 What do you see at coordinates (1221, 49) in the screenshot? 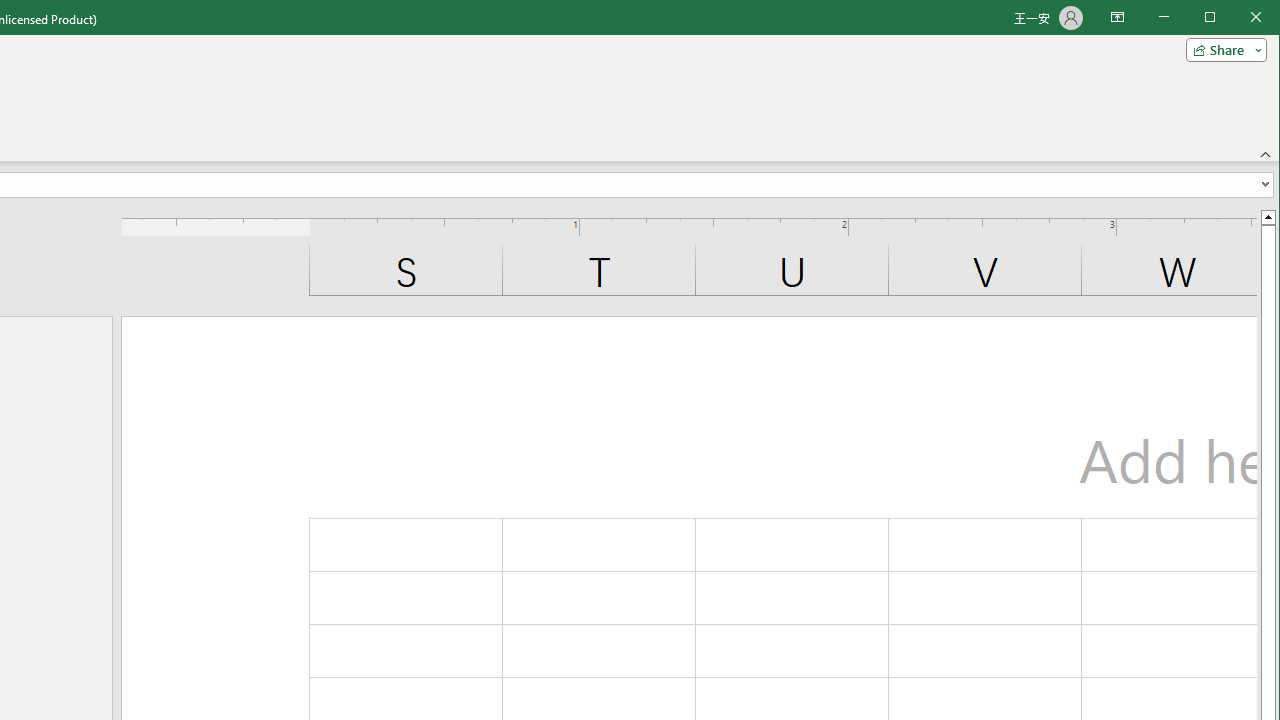
I see `'Share'` at bounding box center [1221, 49].